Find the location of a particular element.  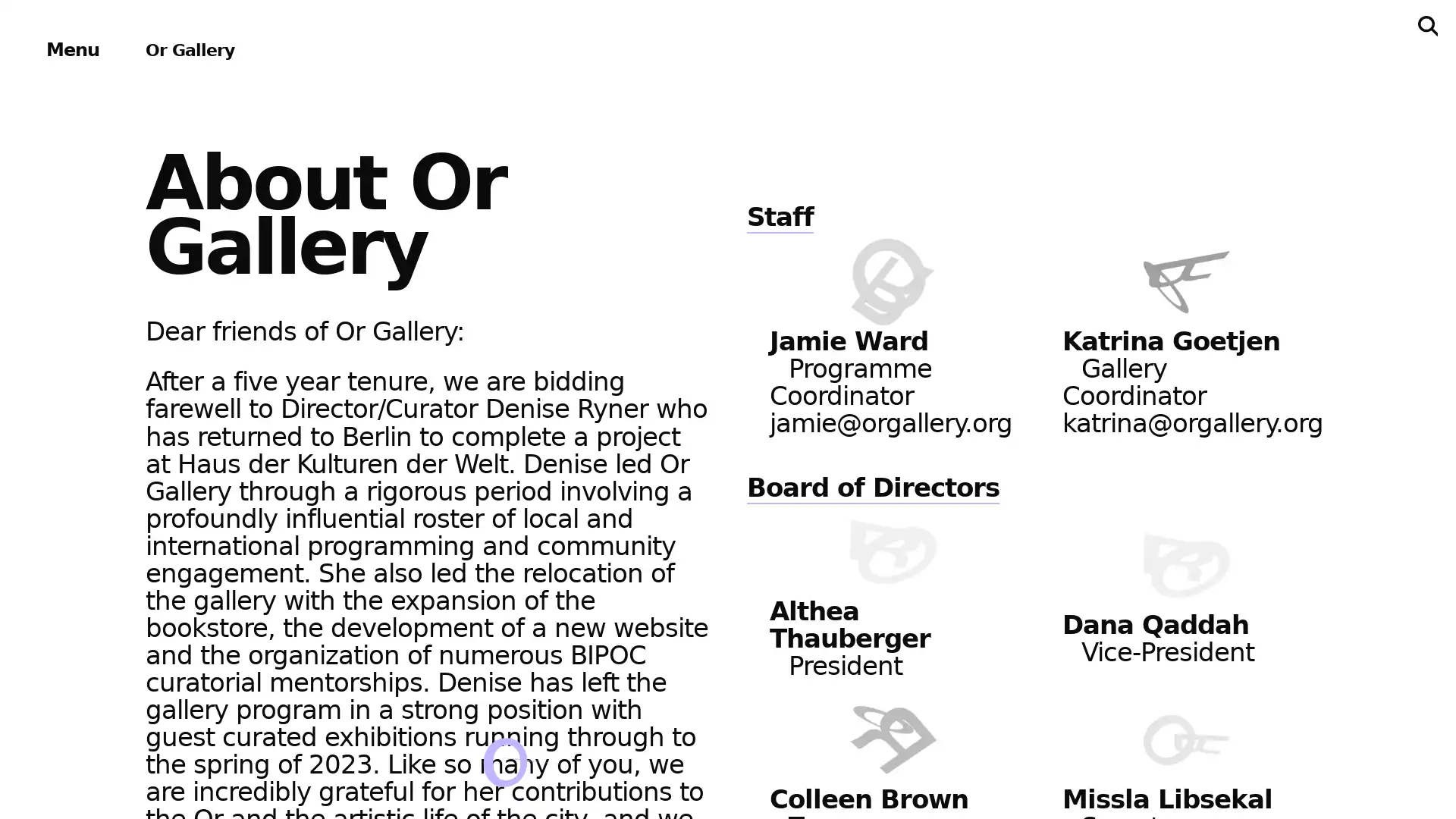

Publications & Editions is located at coordinates (329, 334).